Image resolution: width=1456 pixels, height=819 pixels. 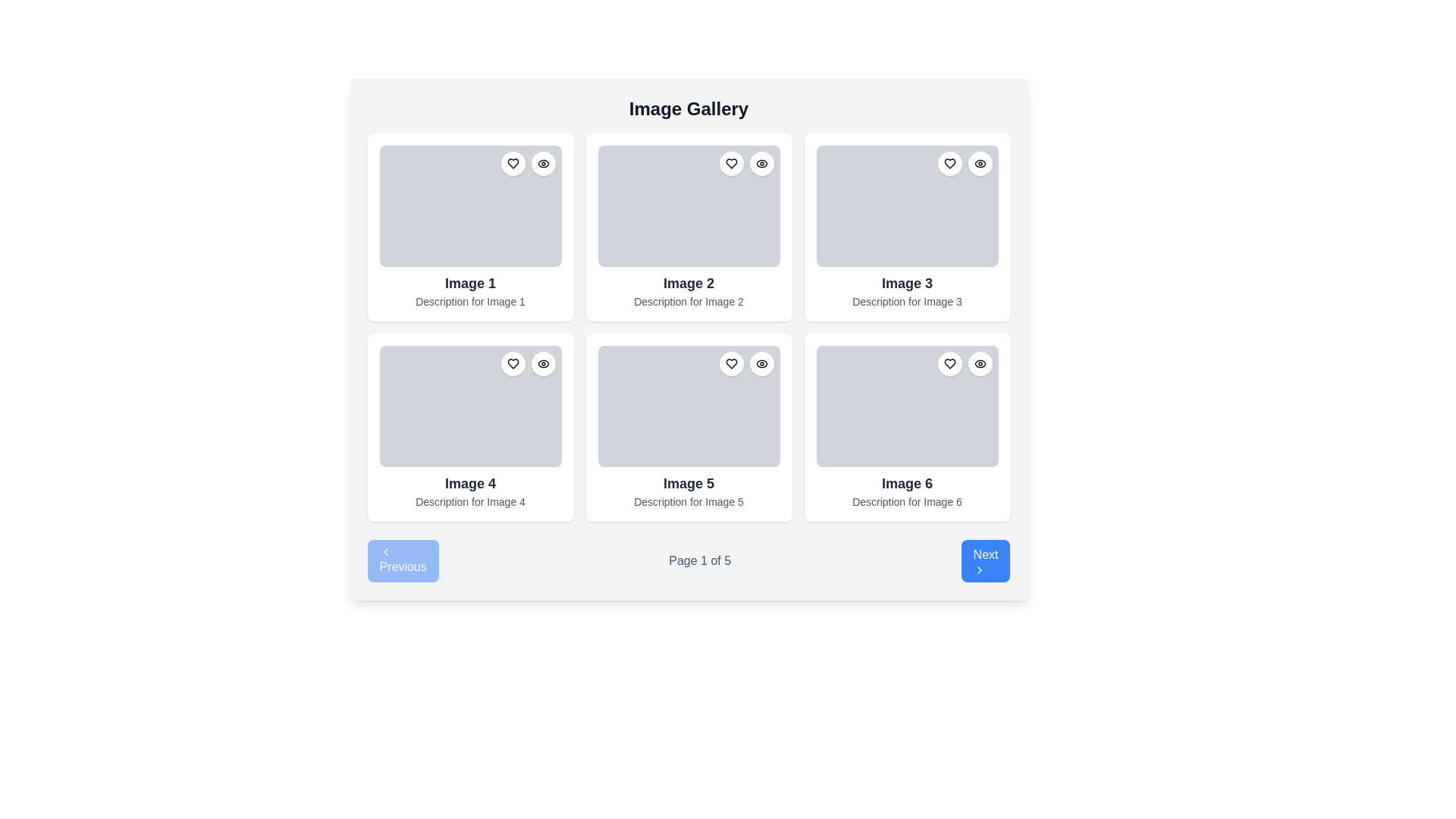 I want to click on the heart-shaped vector icon within the circular button located in the top-right corner of the image card labeled 'Image 6', so click(x=949, y=363).